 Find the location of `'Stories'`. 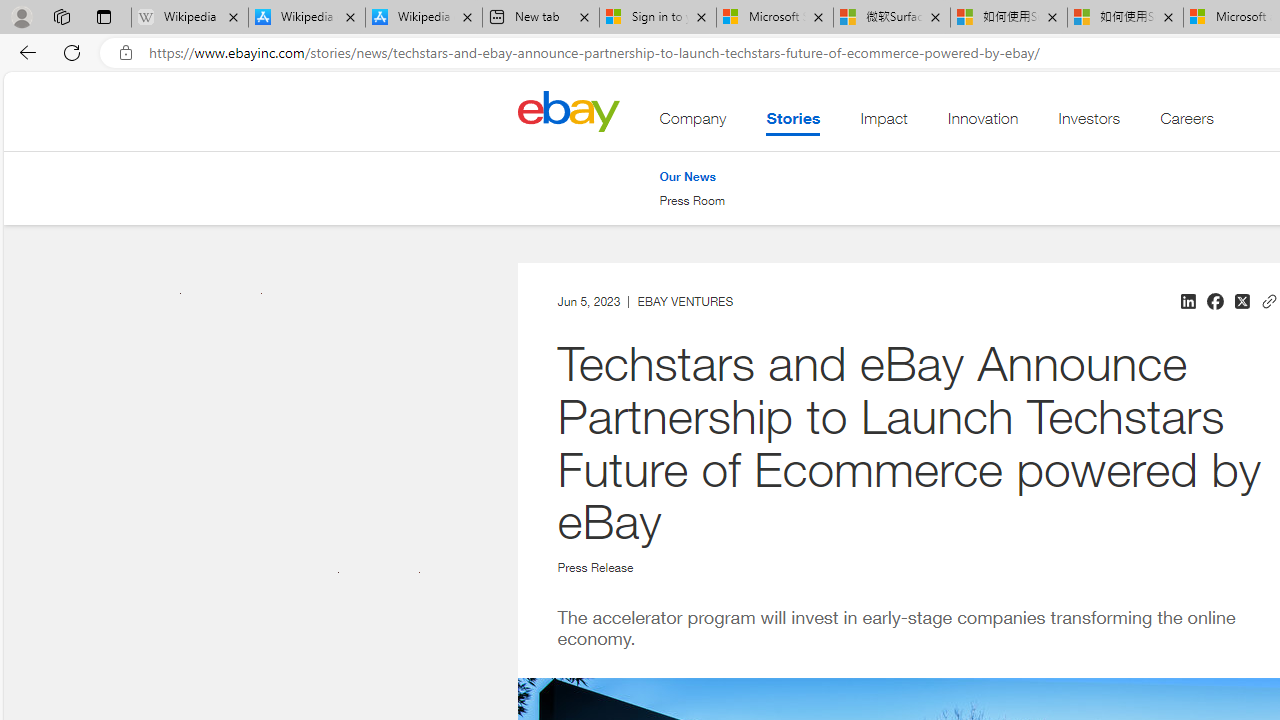

'Stories' is located at coordinates (791, 123).